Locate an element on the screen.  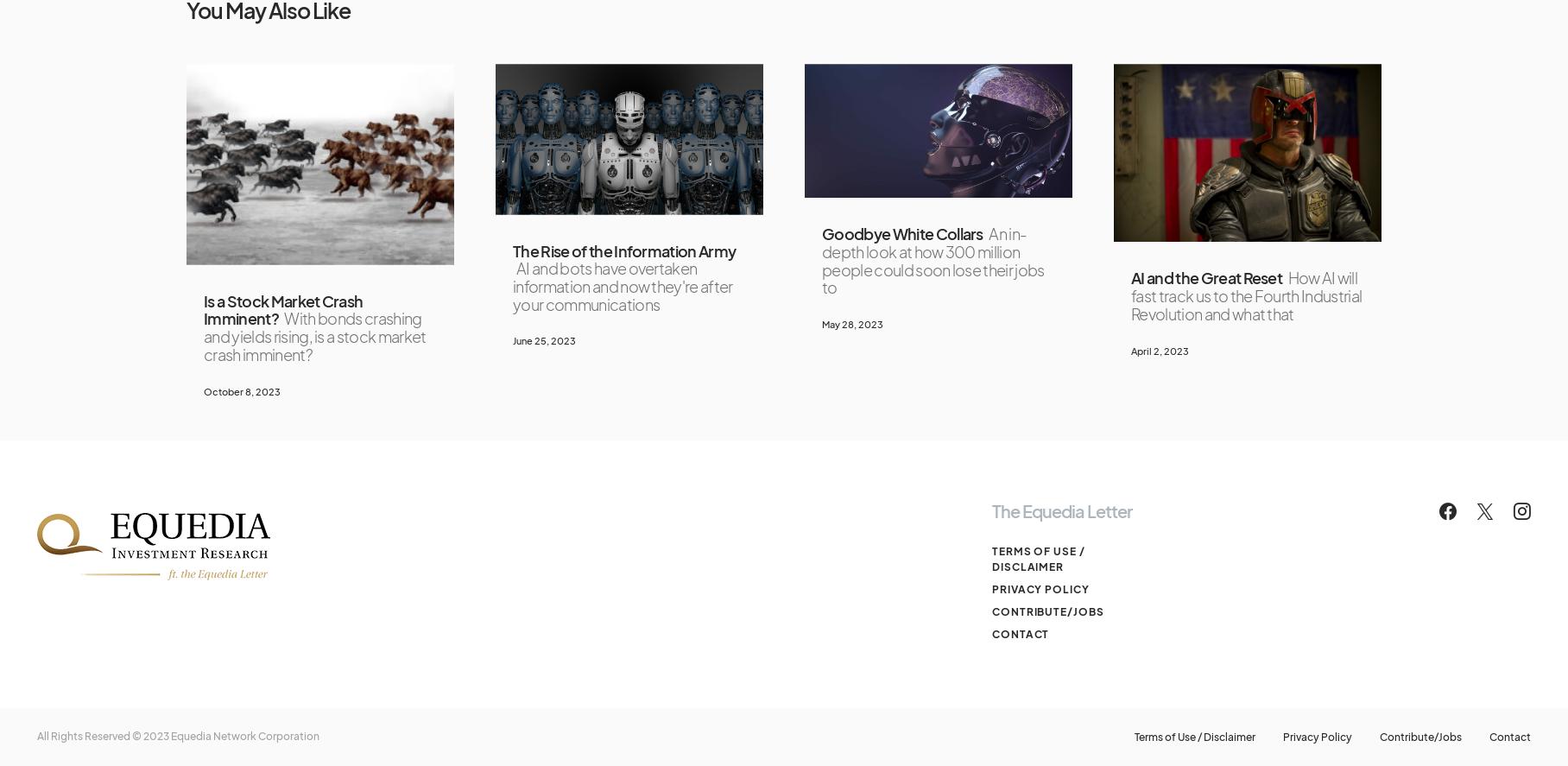
'AI and the Great Reset' is located at coordinates (1206, 277).